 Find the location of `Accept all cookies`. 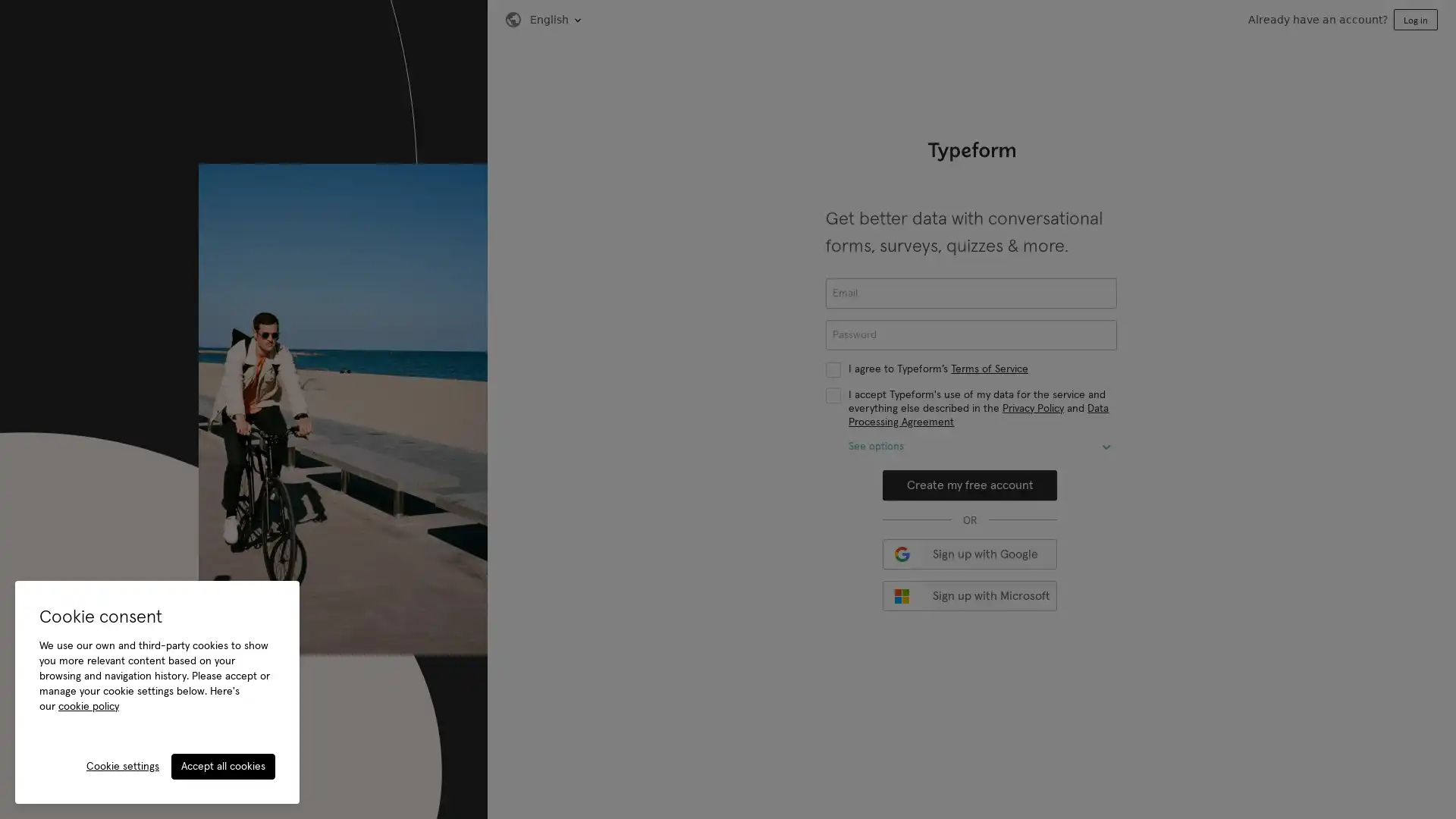

Accept all cookies is located at coordinates (222, 766).